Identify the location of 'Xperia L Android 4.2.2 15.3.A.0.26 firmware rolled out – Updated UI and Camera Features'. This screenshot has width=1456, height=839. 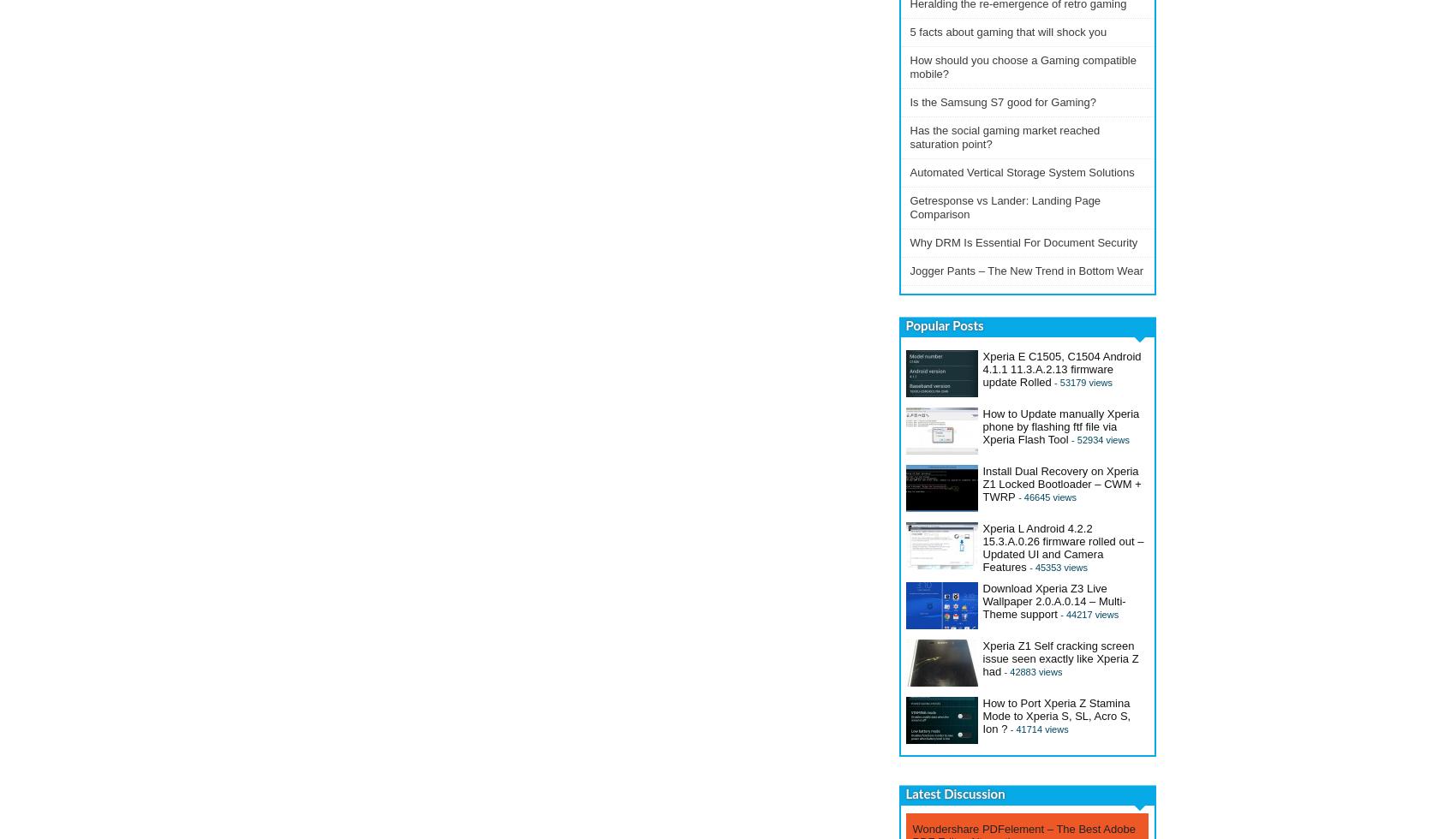
(1062, 548).